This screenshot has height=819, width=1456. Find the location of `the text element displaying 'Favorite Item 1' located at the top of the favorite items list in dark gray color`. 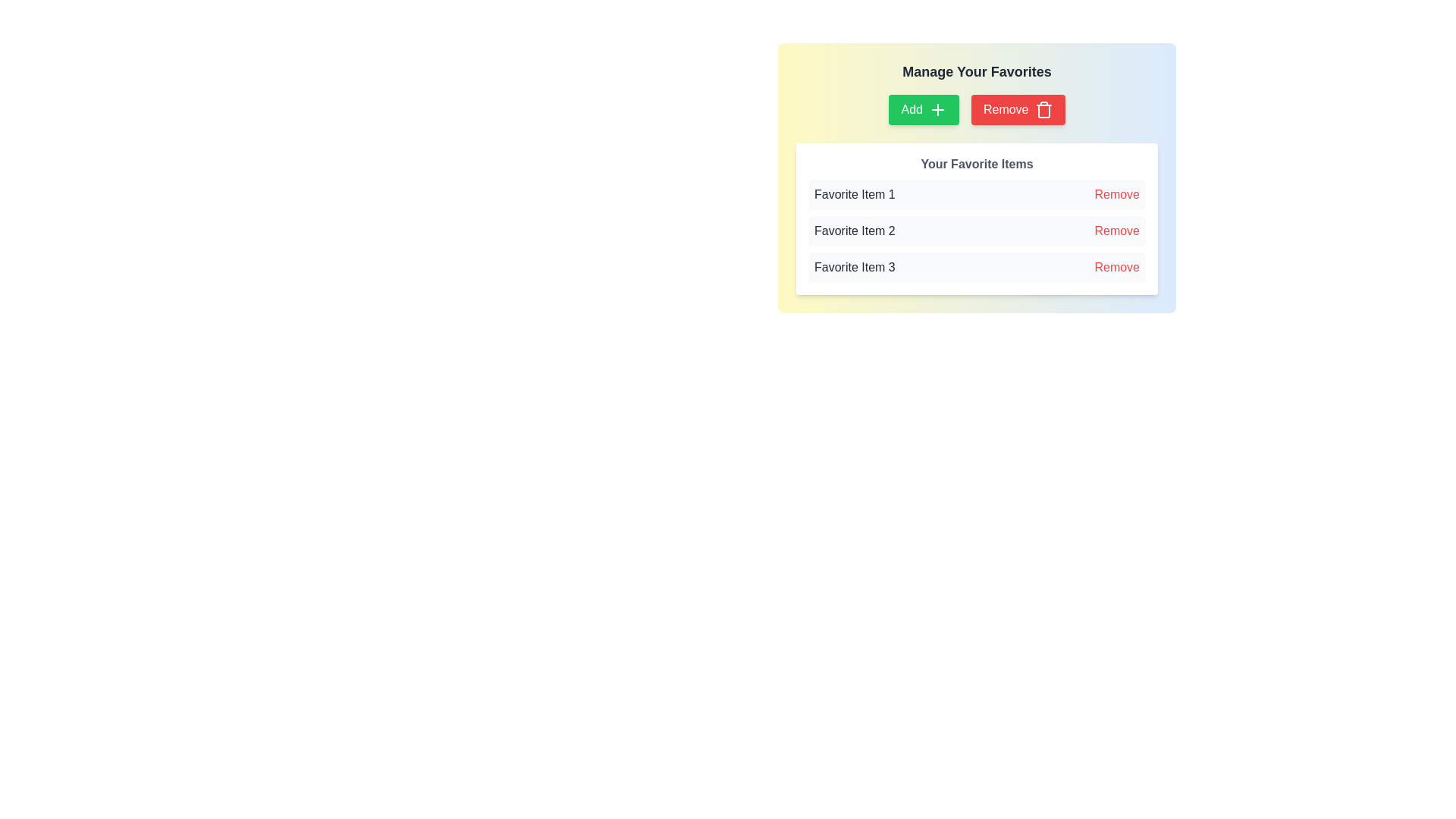

the text element displaying 'Favorite Item 1' located at the top of the favorite items list in dark gray color is located at coordinates (855, 194).